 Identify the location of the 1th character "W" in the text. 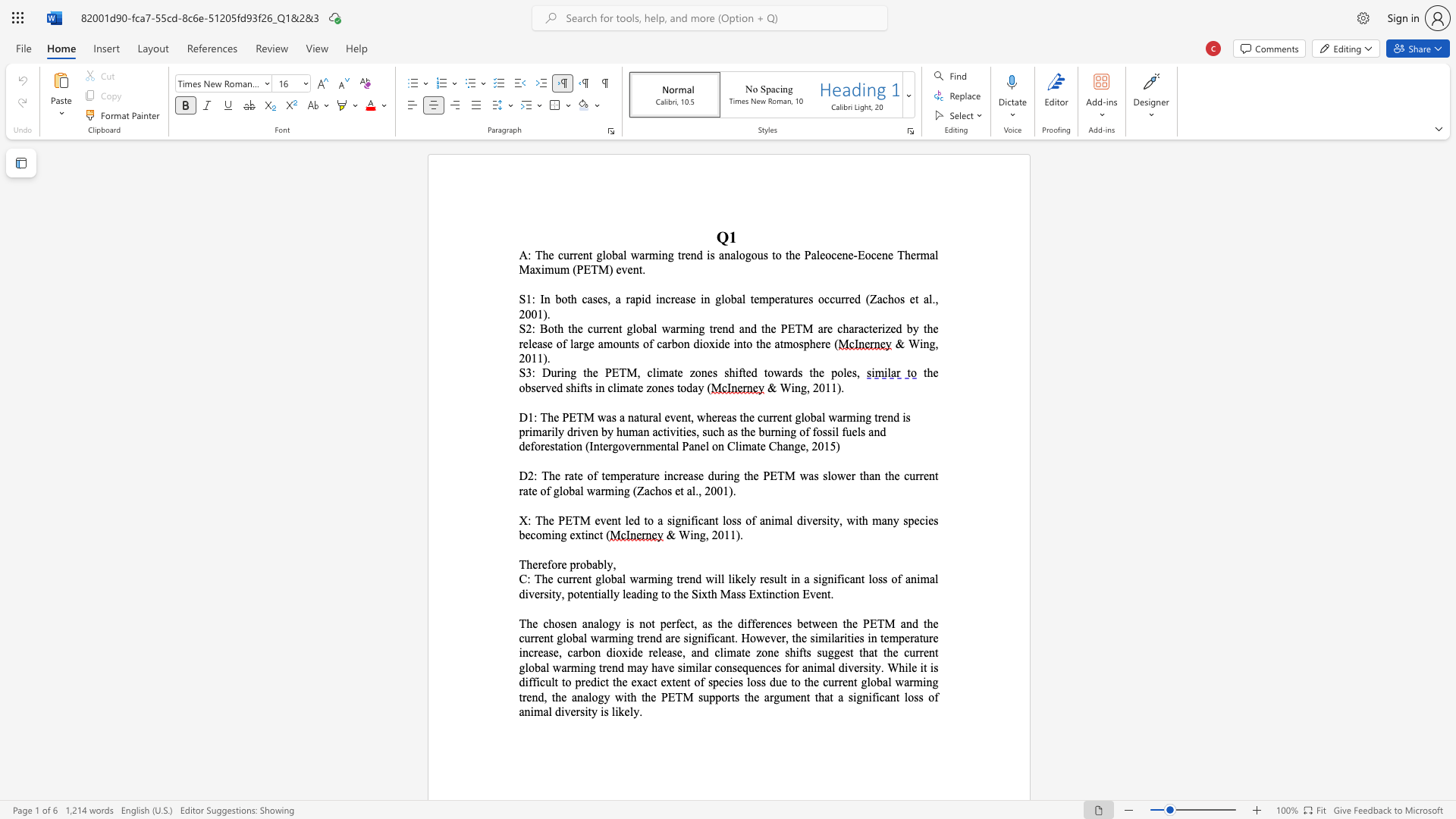
(913, 344).